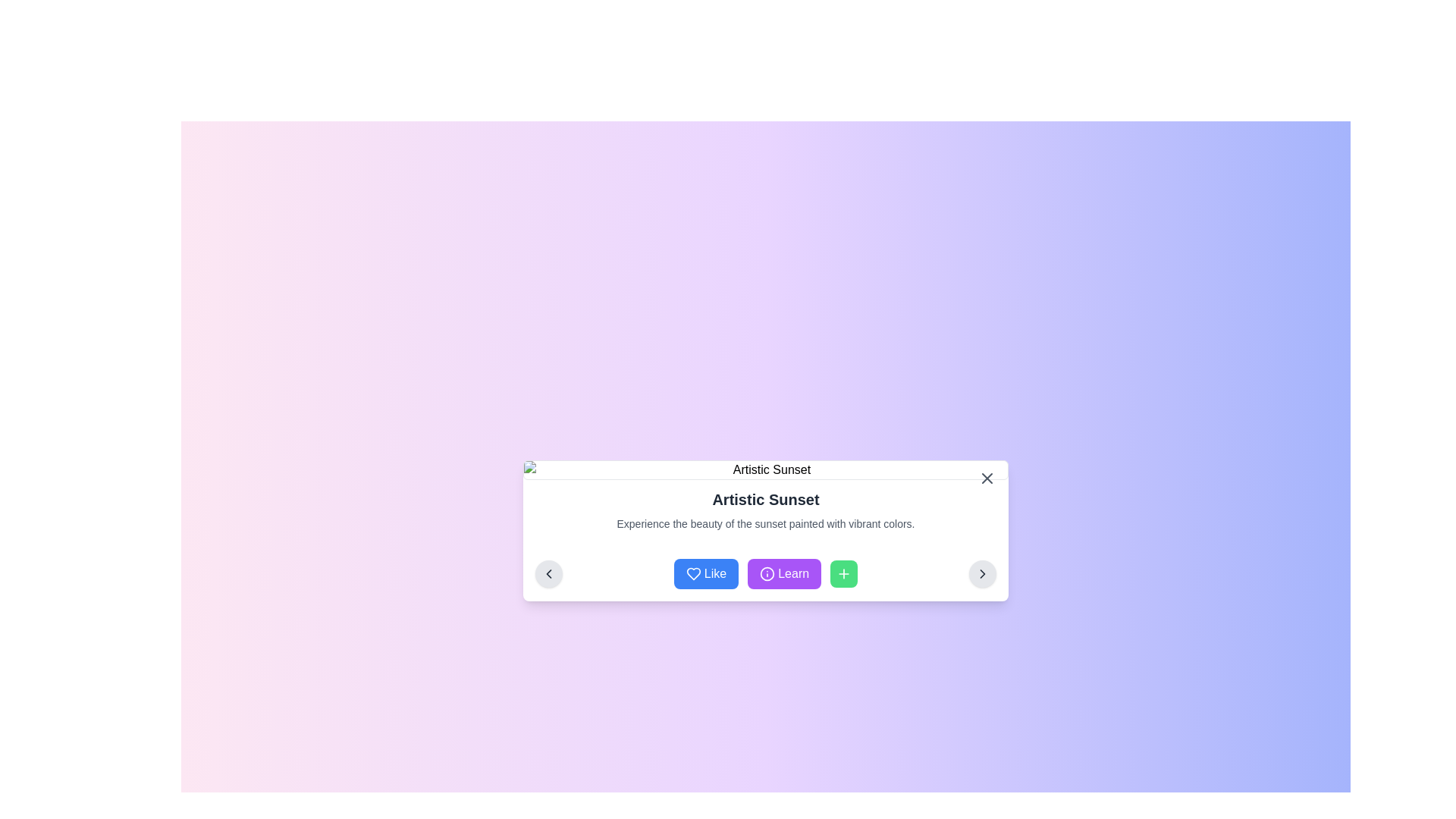  What do you see at coordinates (692, 573) in the screenshot?
I see `the 'Like' icon located within the 'Like' button on the bottom section of the card-styled popup interface to potentially display additional information or a tooltip` at bounding box center [692, 573].